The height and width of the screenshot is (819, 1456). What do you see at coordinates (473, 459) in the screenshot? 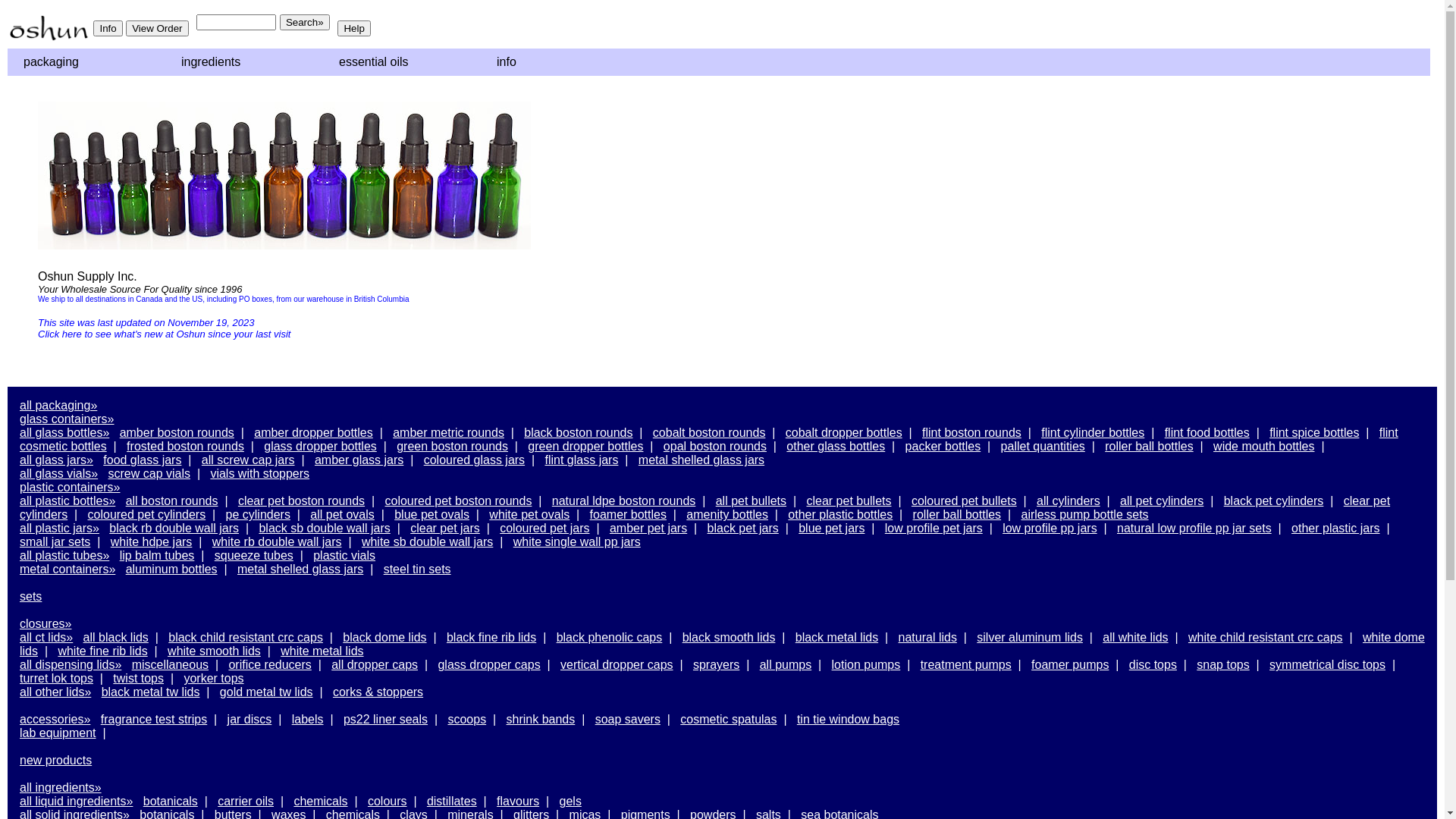
I see `'coloured glass jars'` at bounding box center [473, 459].